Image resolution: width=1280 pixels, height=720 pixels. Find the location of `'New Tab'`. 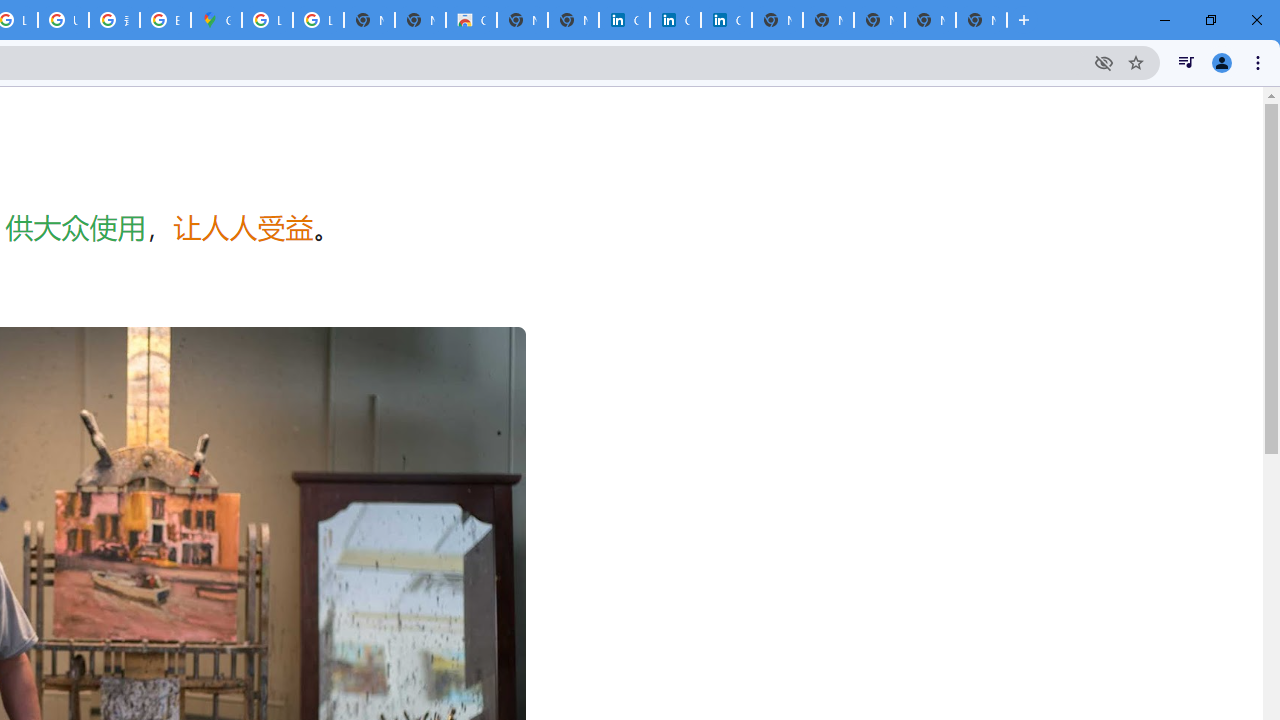

'New Tab' is located at coordinates (981, 20).